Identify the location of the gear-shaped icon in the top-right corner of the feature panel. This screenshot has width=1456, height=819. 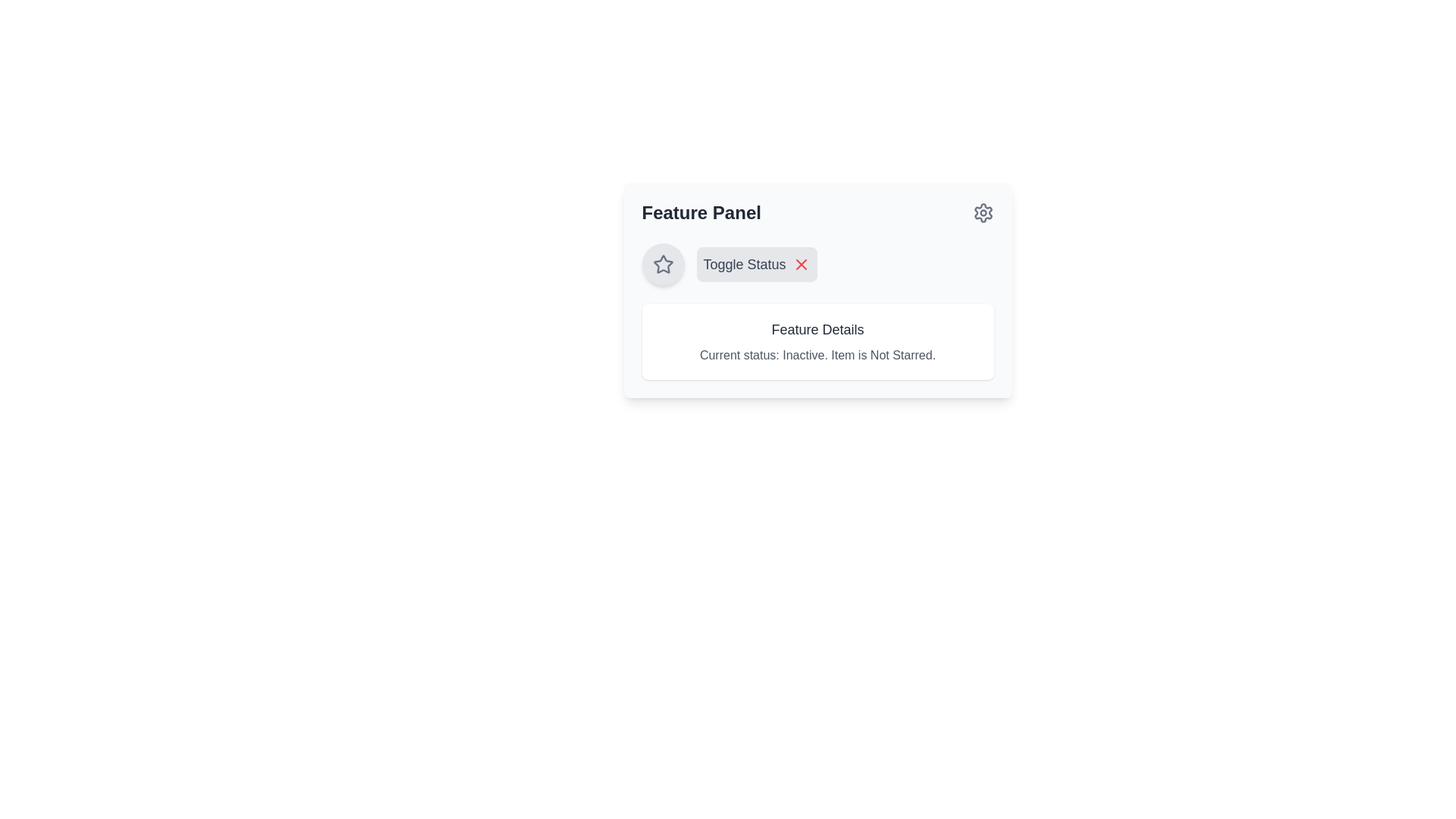
(983, 213).